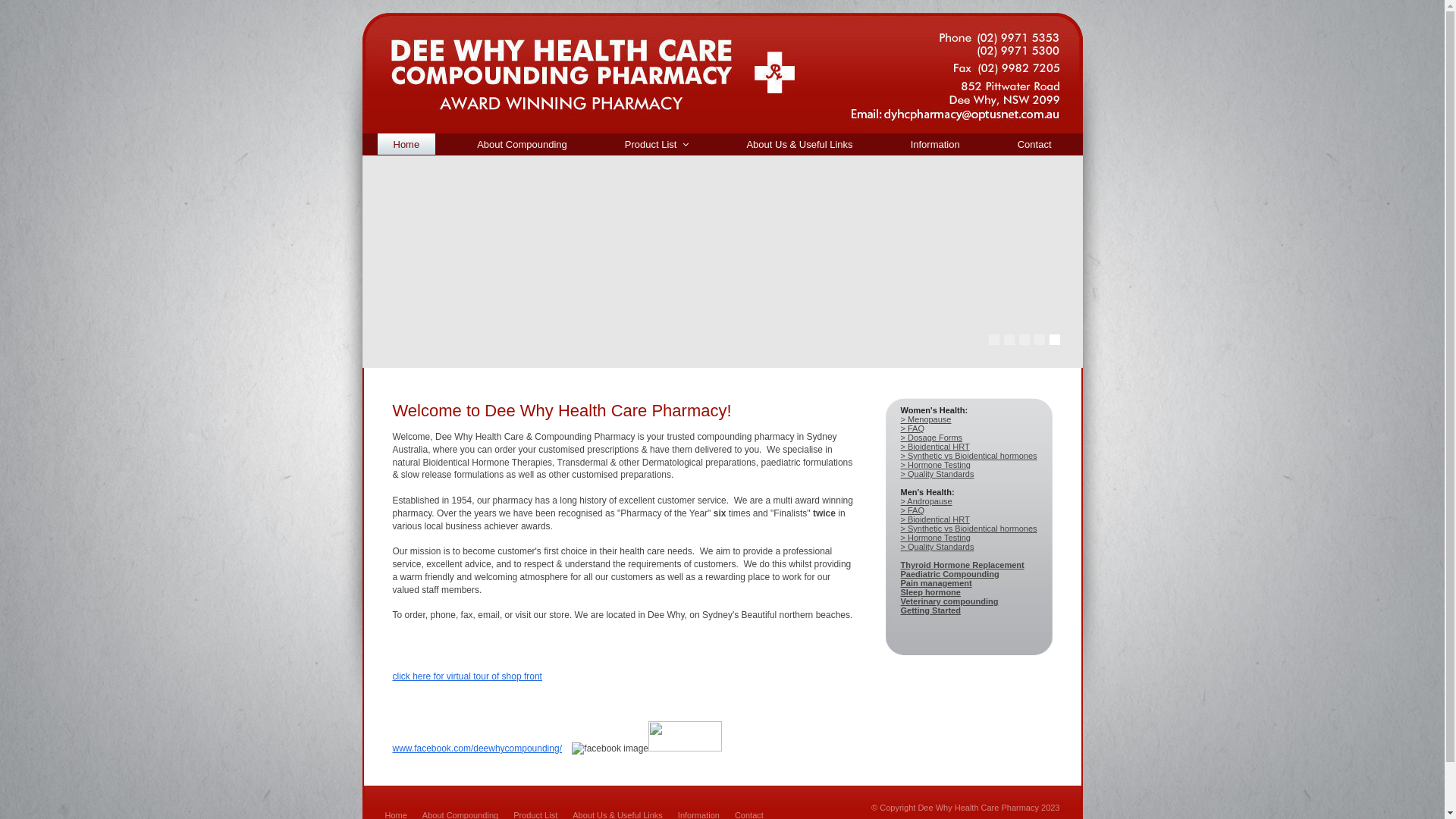 The image size is (1456, 819). I want to click on 'Paediatric Compounding', so click(949, 573).